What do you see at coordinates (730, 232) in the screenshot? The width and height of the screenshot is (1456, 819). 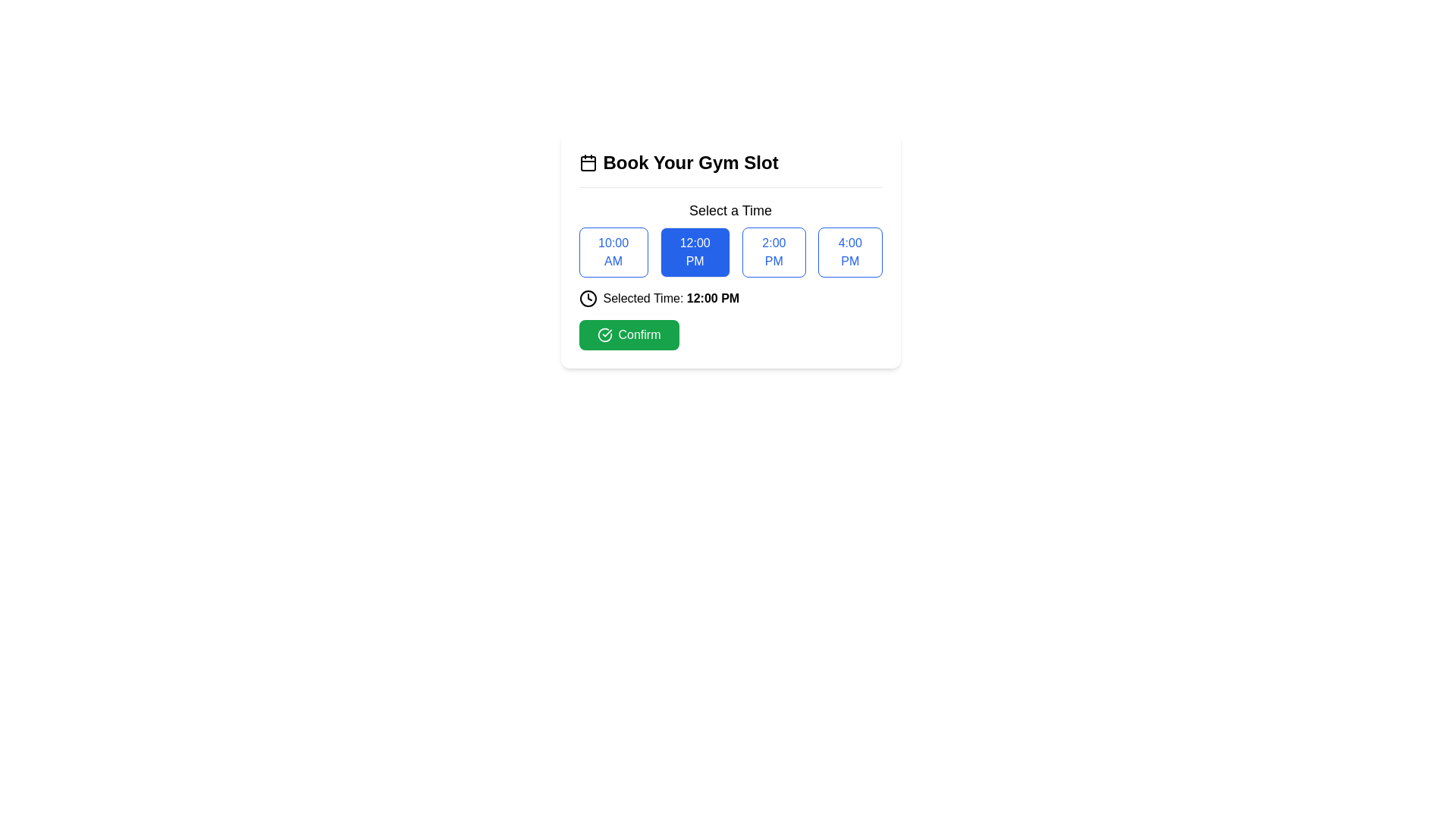 I see `the blue button displaying '12:00 PM'` at bounding box center [730, 232].